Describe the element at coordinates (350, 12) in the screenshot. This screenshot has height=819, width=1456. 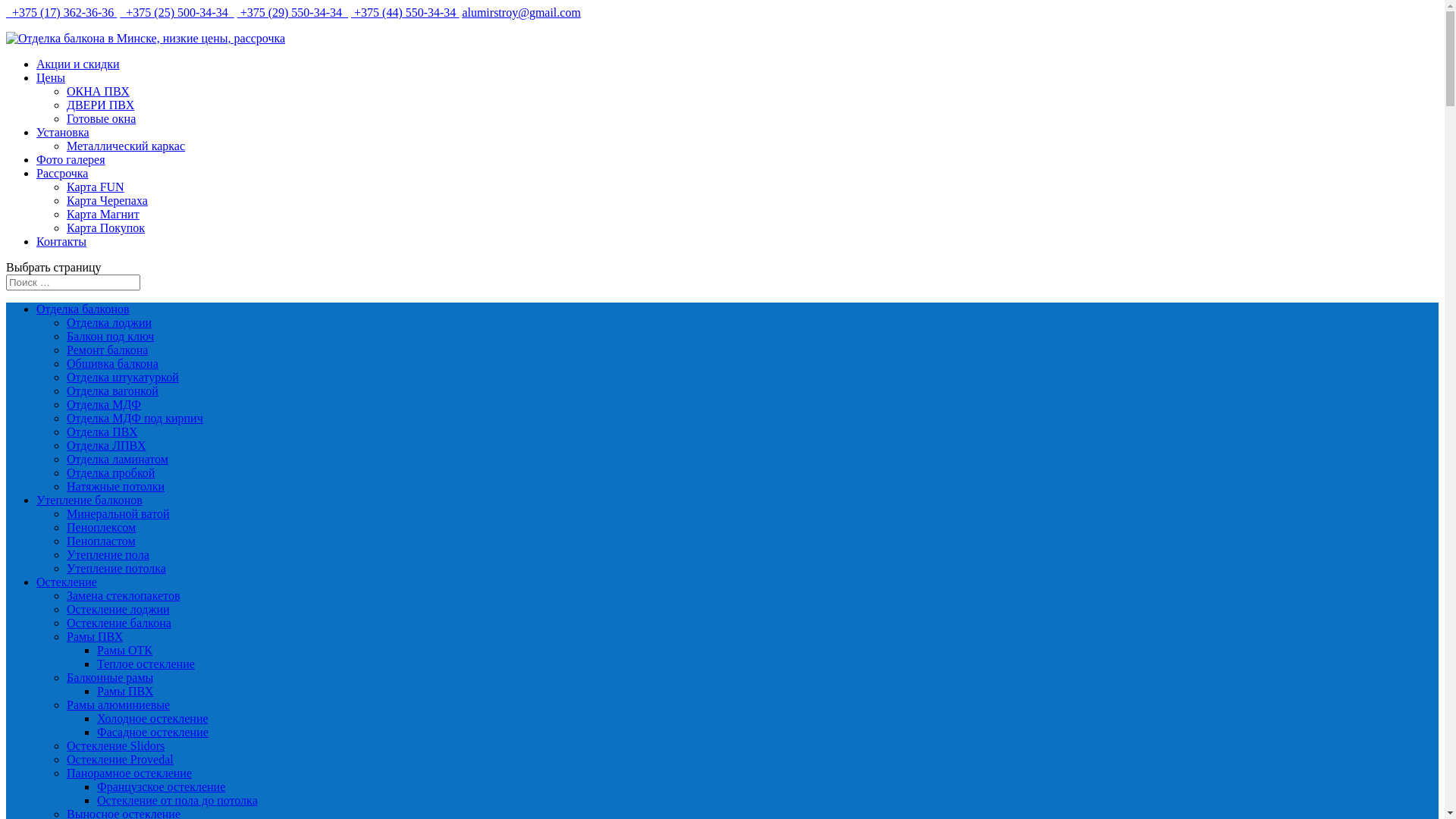
I see `' +375 (44) 550-34-34 '` at that location.